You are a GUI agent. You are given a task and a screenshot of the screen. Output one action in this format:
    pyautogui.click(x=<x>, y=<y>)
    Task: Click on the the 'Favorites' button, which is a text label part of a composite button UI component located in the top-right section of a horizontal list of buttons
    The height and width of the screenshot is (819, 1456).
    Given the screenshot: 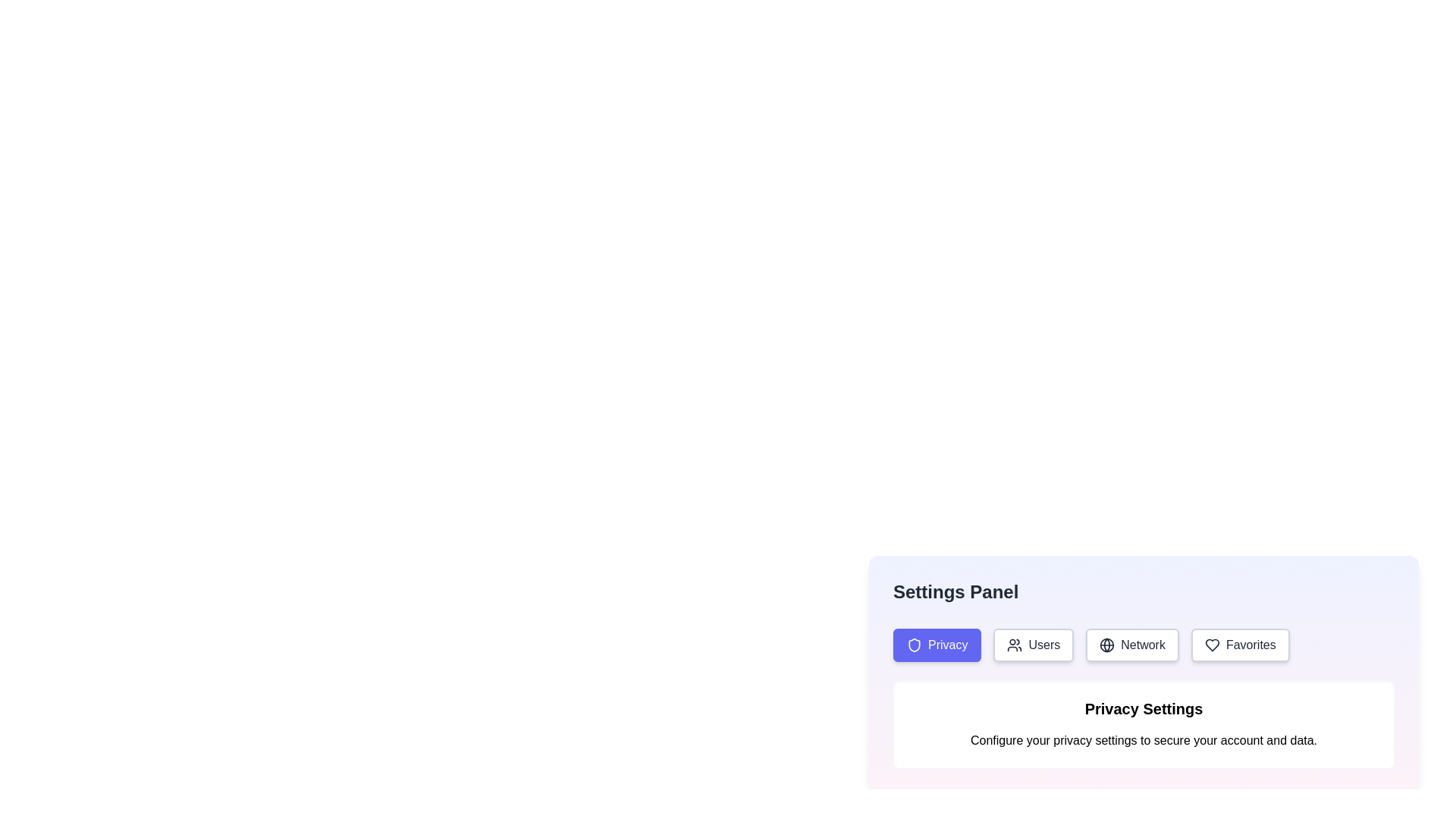 What is the action you would take?
    pyautogui.click(x=1250, y=645)
    